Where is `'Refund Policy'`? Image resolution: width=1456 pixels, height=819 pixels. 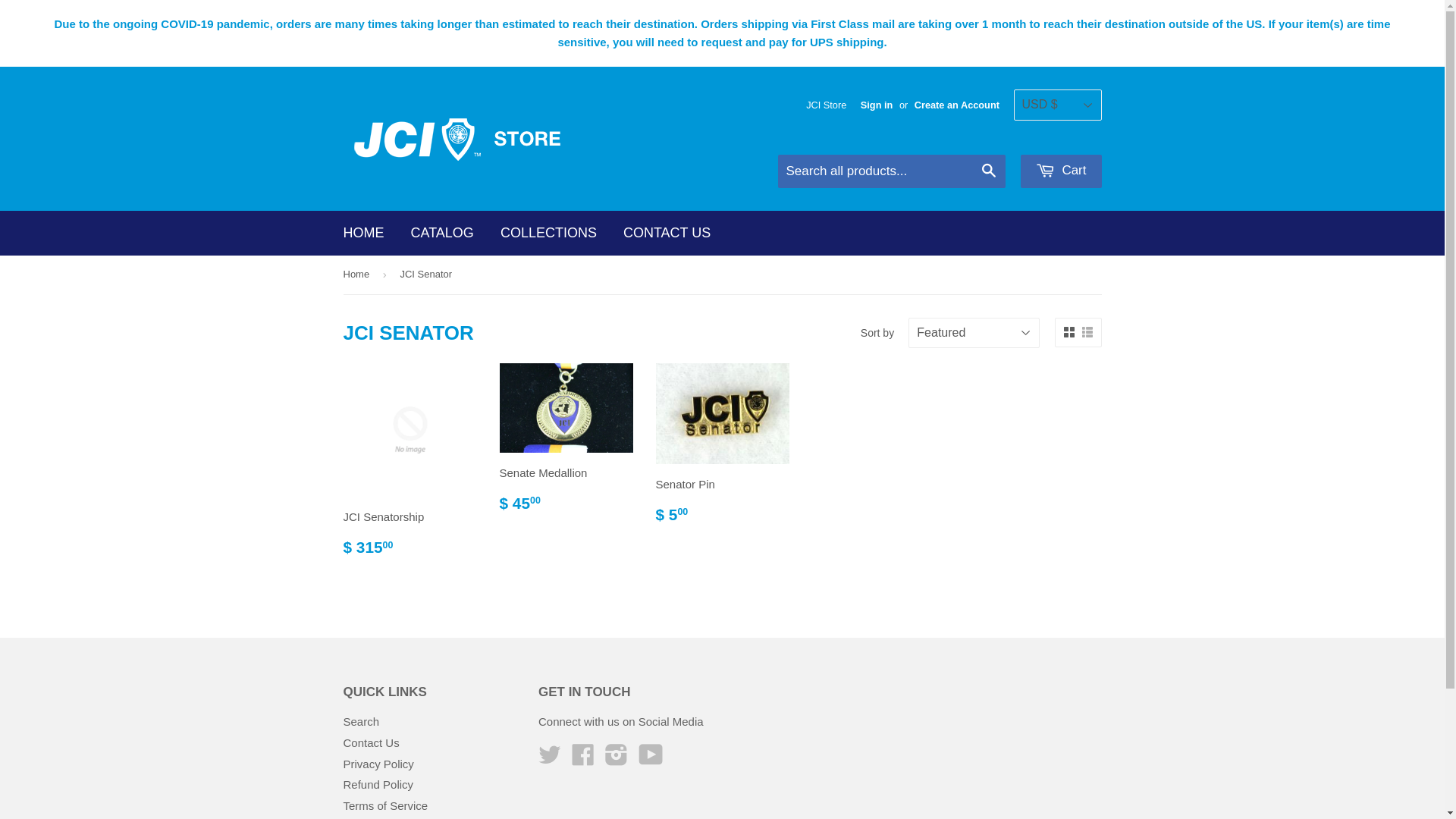
'Refund Policy' is located at coordinates (378, 784).